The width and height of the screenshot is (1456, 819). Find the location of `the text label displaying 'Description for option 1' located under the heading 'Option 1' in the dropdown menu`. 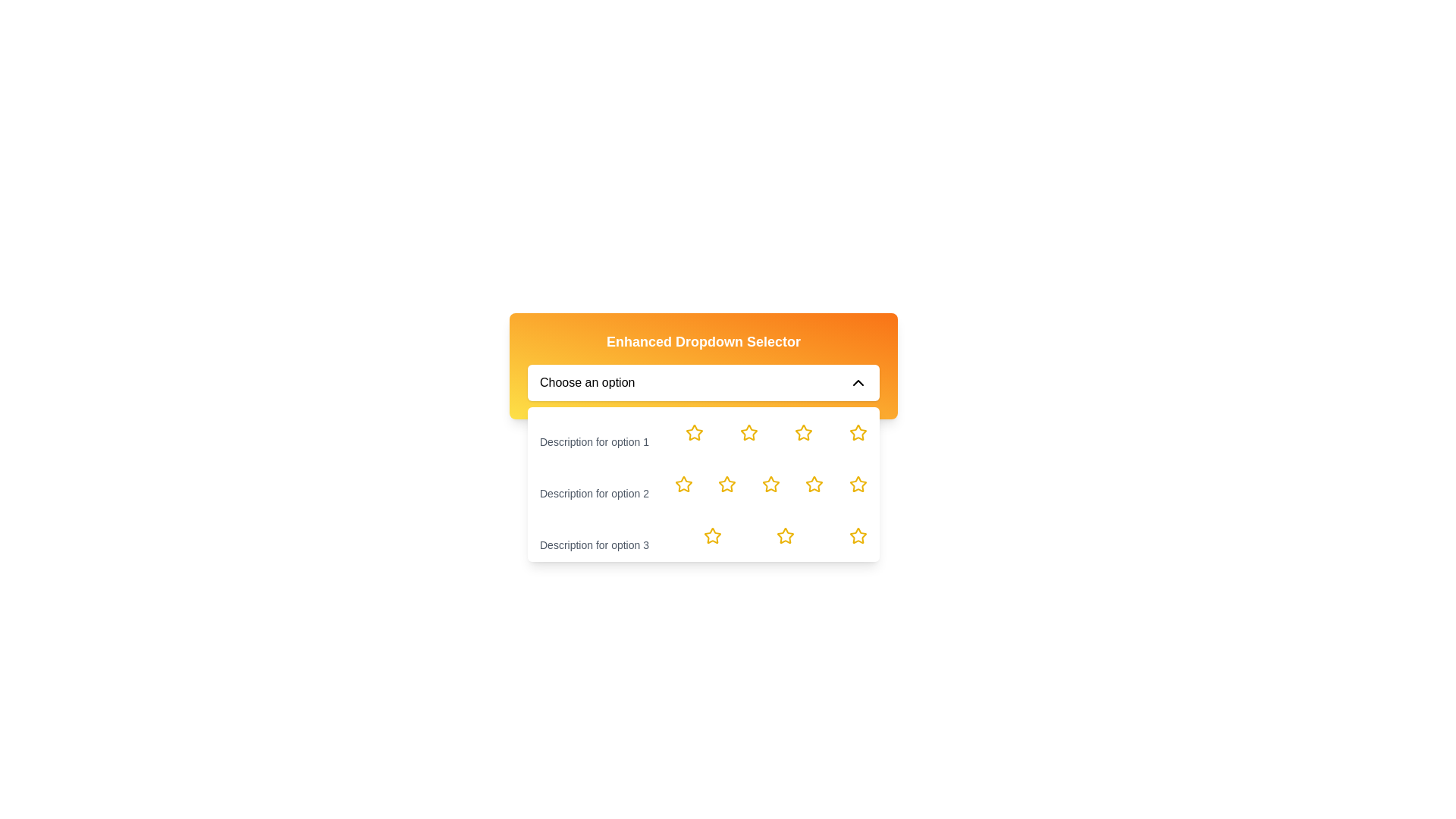

the text label displaying 'Description for option 1' located under the heading 'Option 1' in the dropdown menu is located at coordinates (593, 441).